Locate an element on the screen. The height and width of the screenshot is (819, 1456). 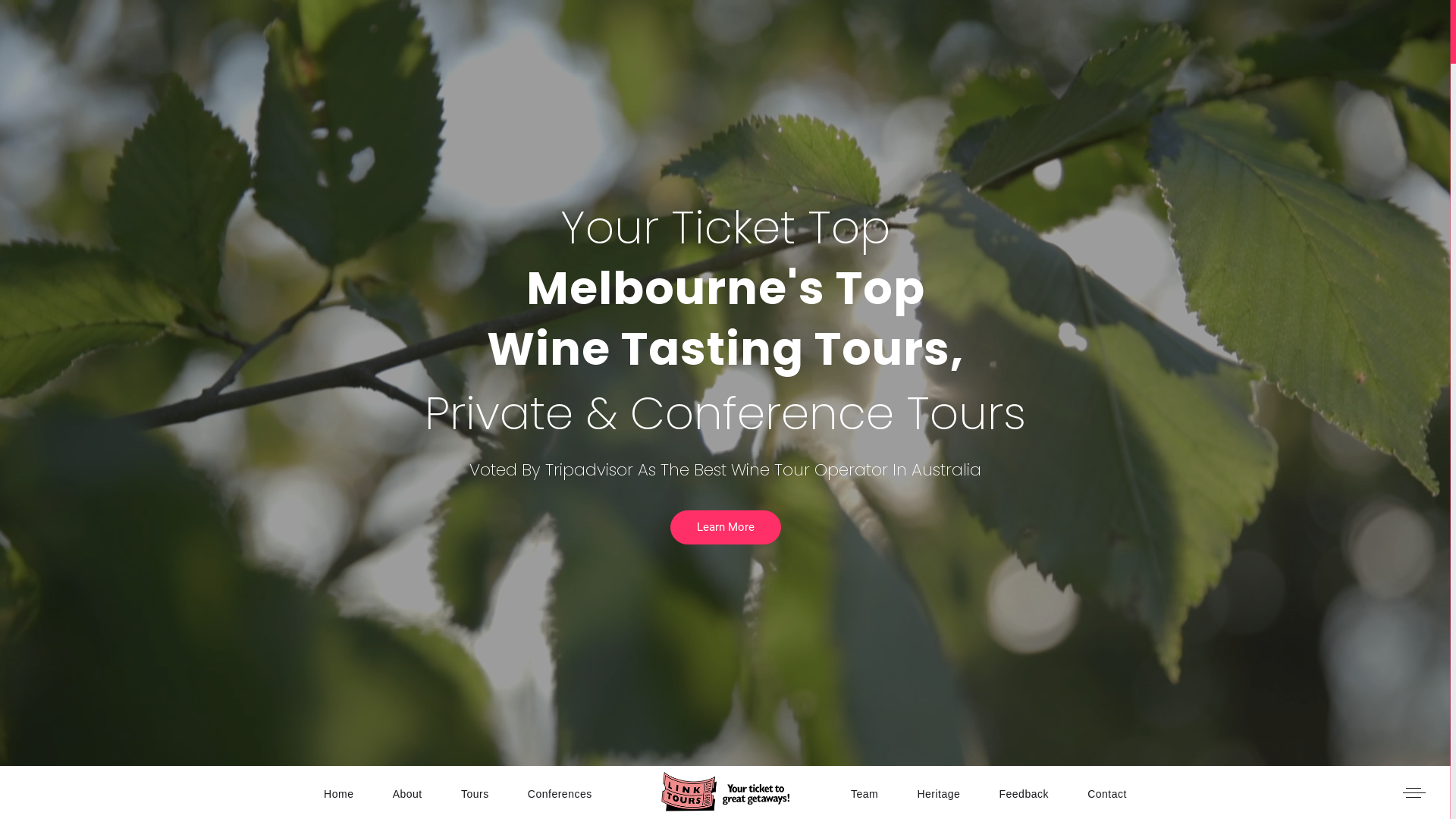
'Learn More' is located at coordinates (724, 526).